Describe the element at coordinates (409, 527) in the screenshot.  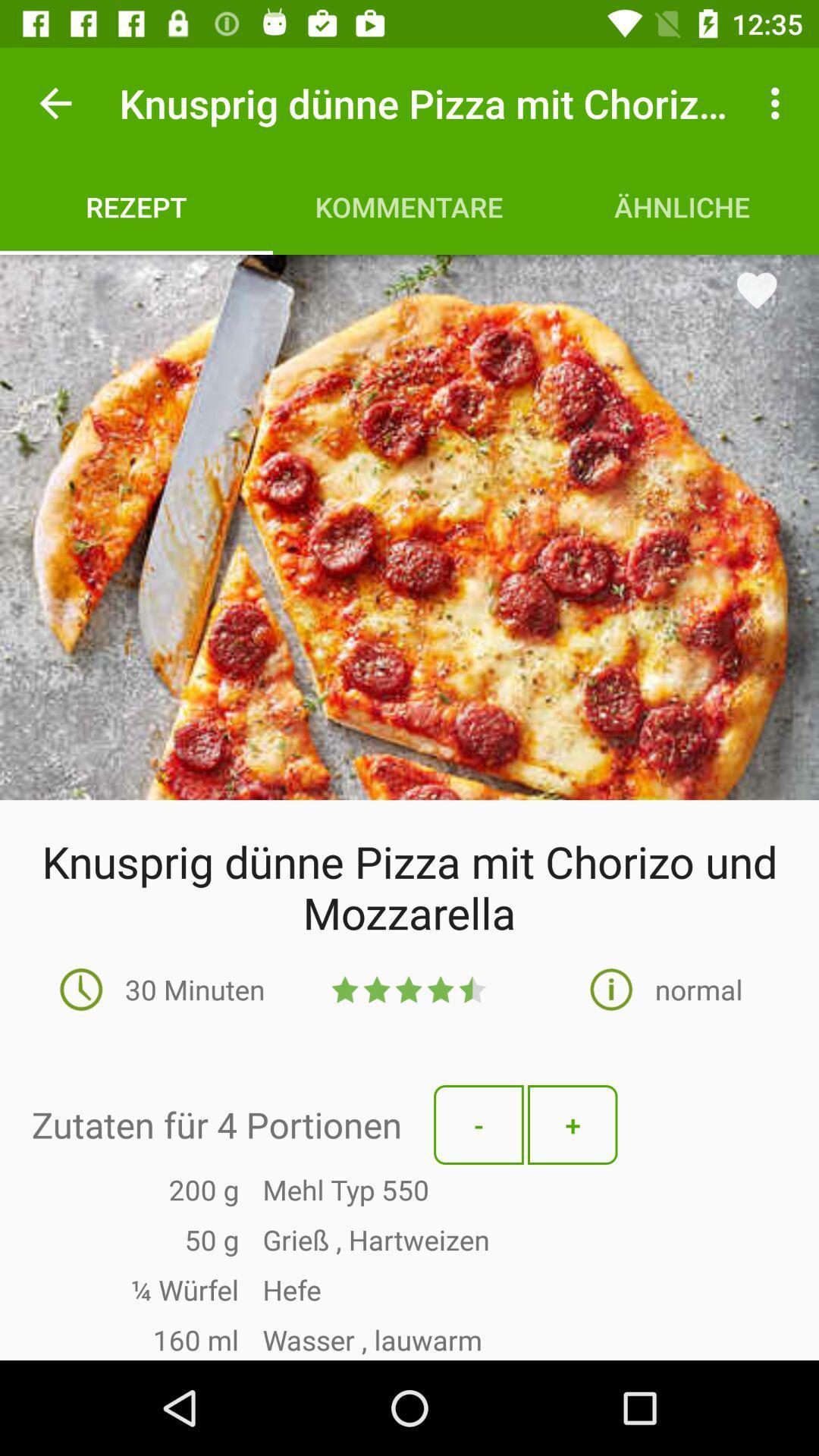
I see `the icon below rezept item` at that location.